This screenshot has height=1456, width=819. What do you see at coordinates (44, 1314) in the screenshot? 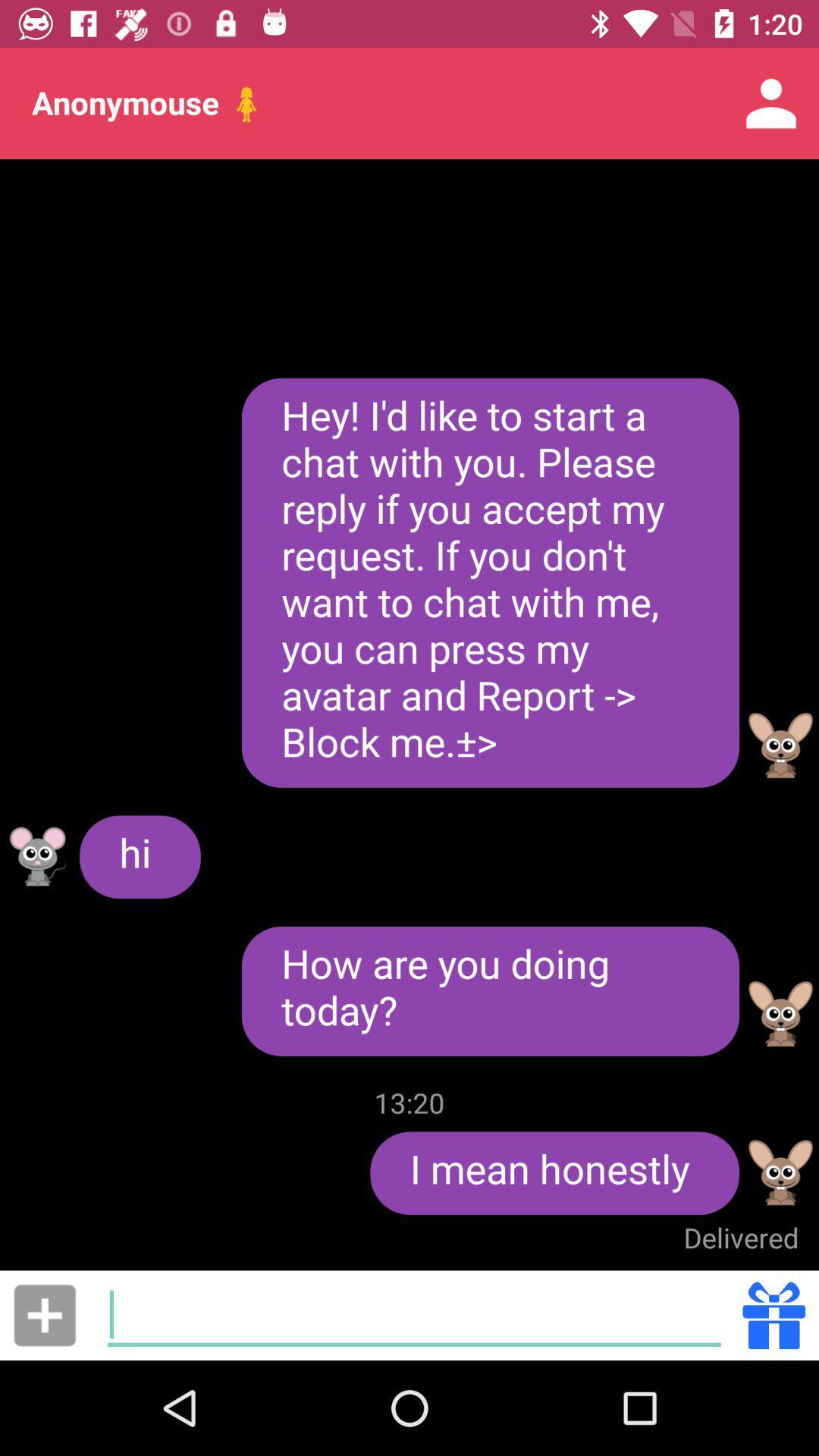
I see `item at the bottom left corner` at bounding box center [44, 1314].